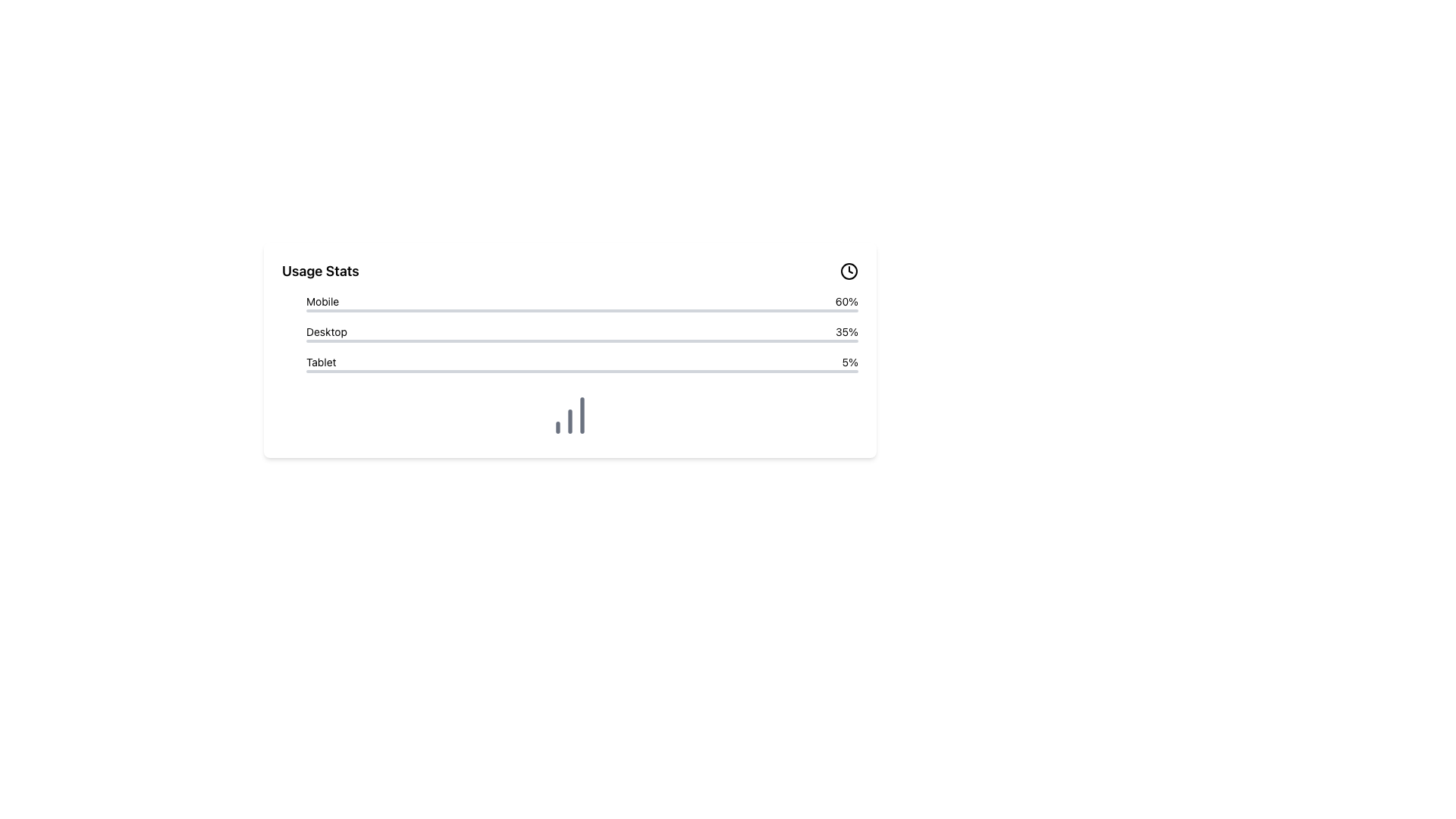 This screenshot has width=1456, height=819. I want to click on the usage statistics panel that displays data for mobile, desktop, and tablet platforms, which is located above a chart-like graphic, so click(570, 350).